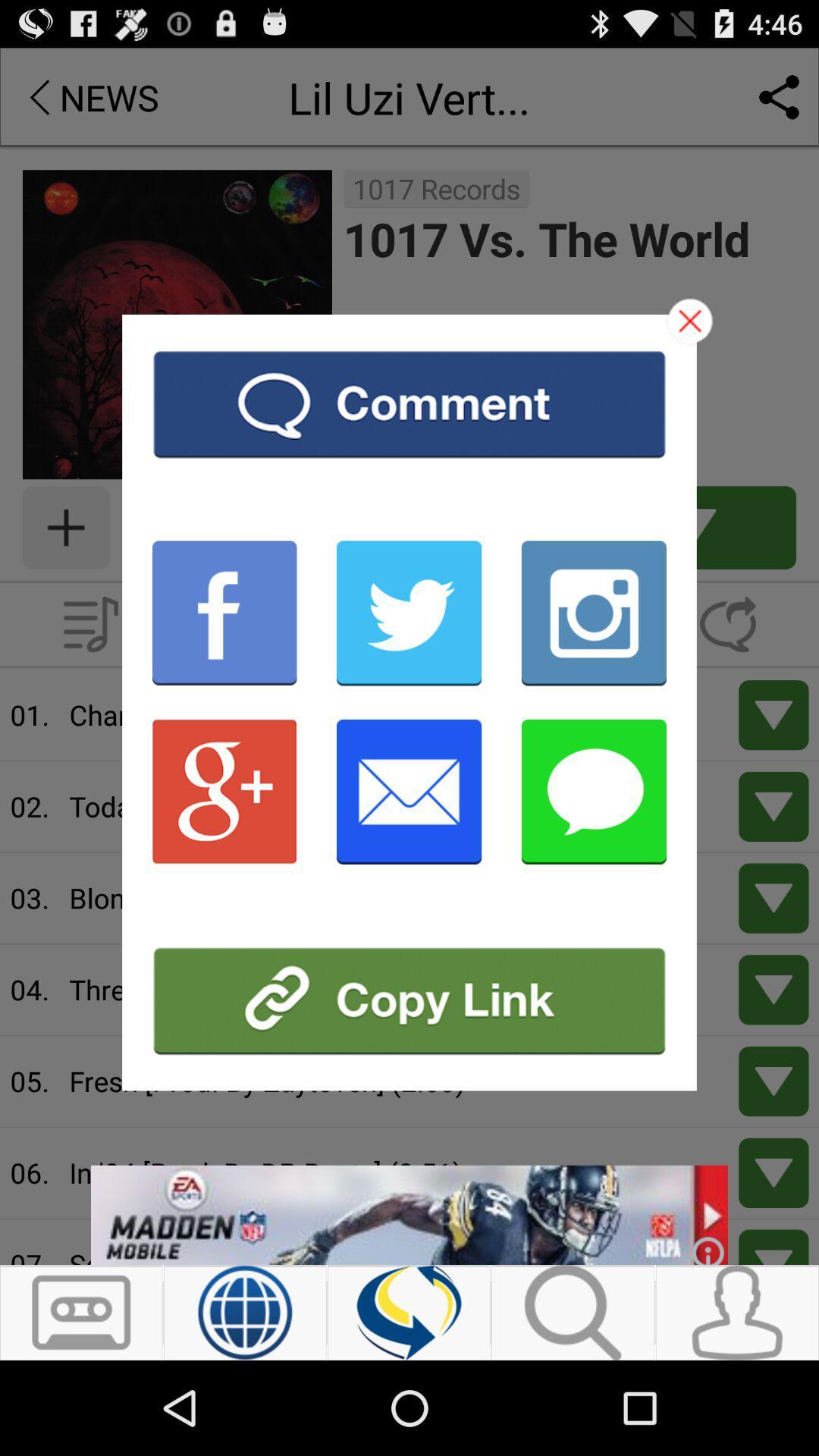 Image resolution: width=819 pixels, height=1456 pixels. I want to click on email, so click(408, 790).